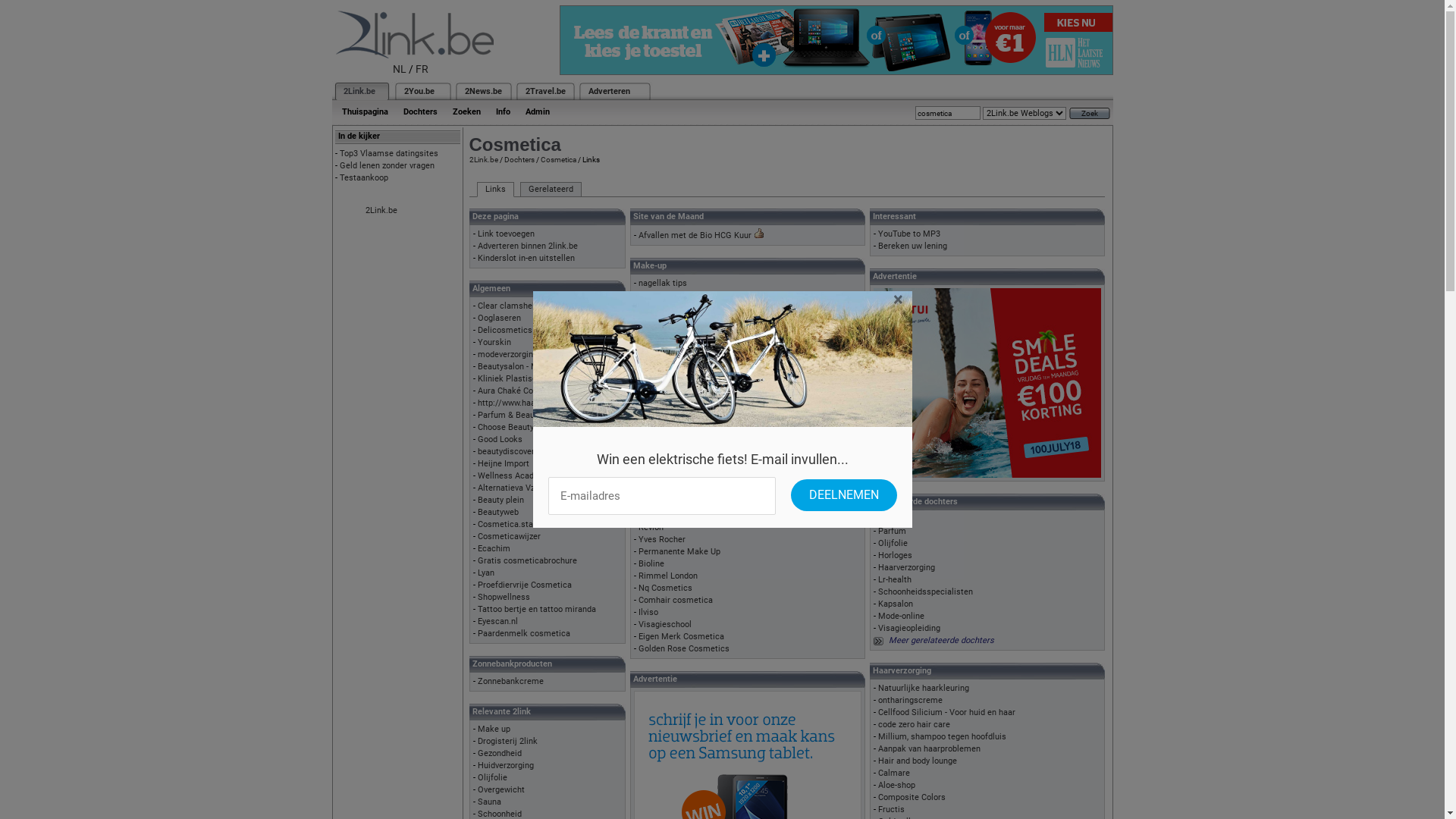  Describe the element at coordinates (651, 563) in the screenshot. I see `'Bioline'` at that location.